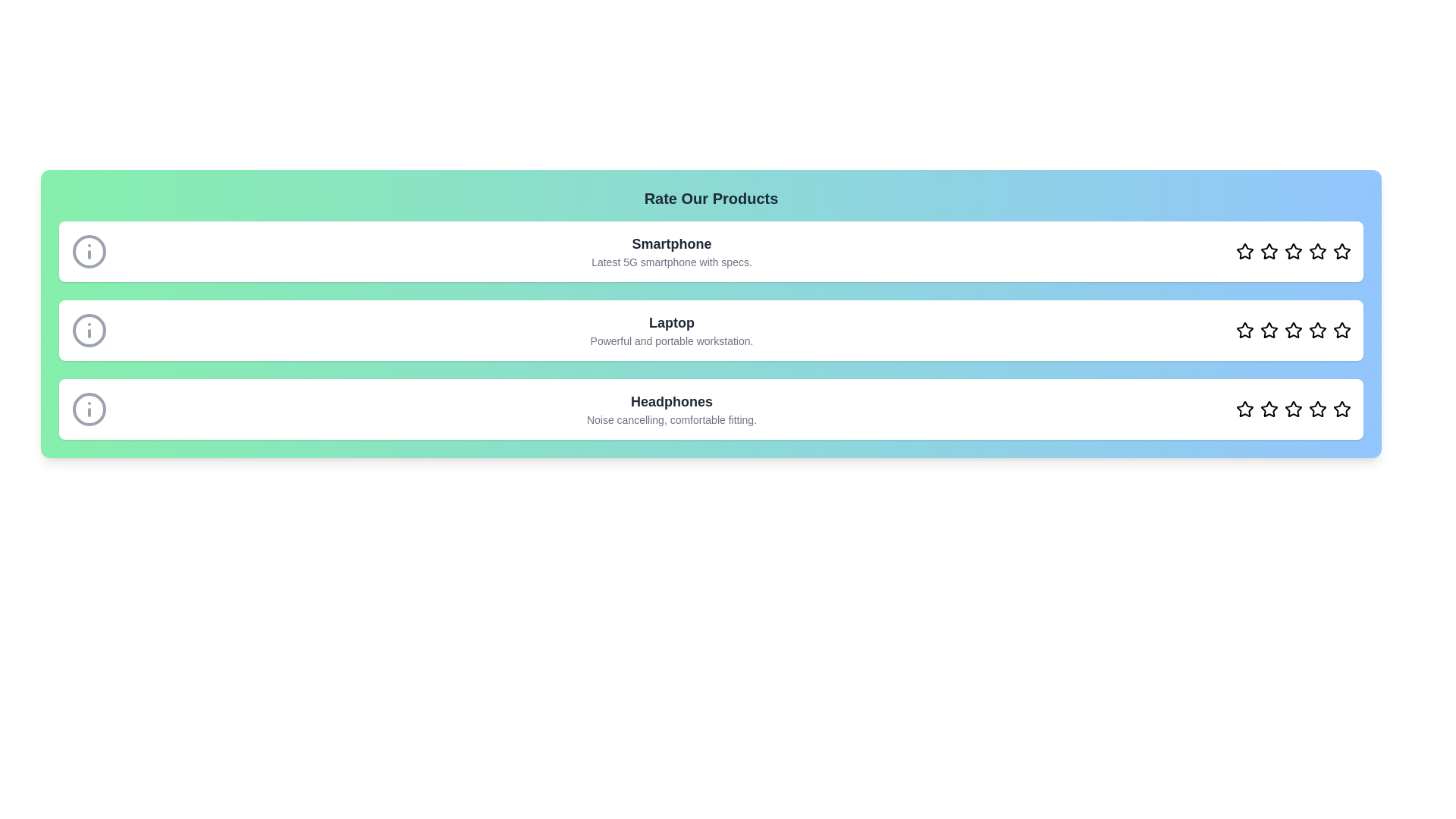 Image resolution: width=1456 pixels, height=819 pixels. Describe the element at coordinates (1292, 409) in the screenshot. I see `the stars in the Rating interface for the 'Headphones' product to provide a rating` at that location.